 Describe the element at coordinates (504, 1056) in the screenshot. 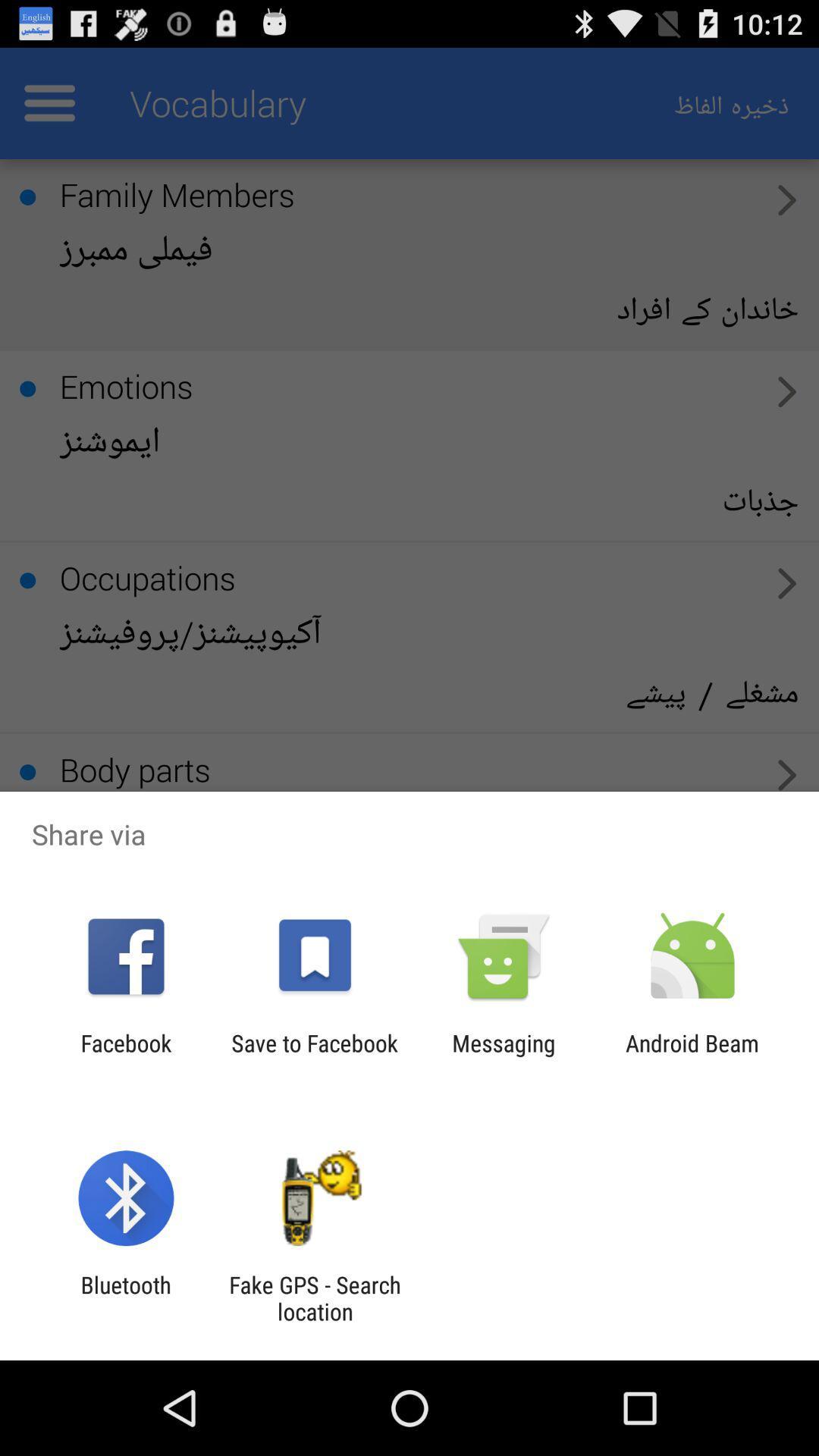

I see `messaging icon` at that location.